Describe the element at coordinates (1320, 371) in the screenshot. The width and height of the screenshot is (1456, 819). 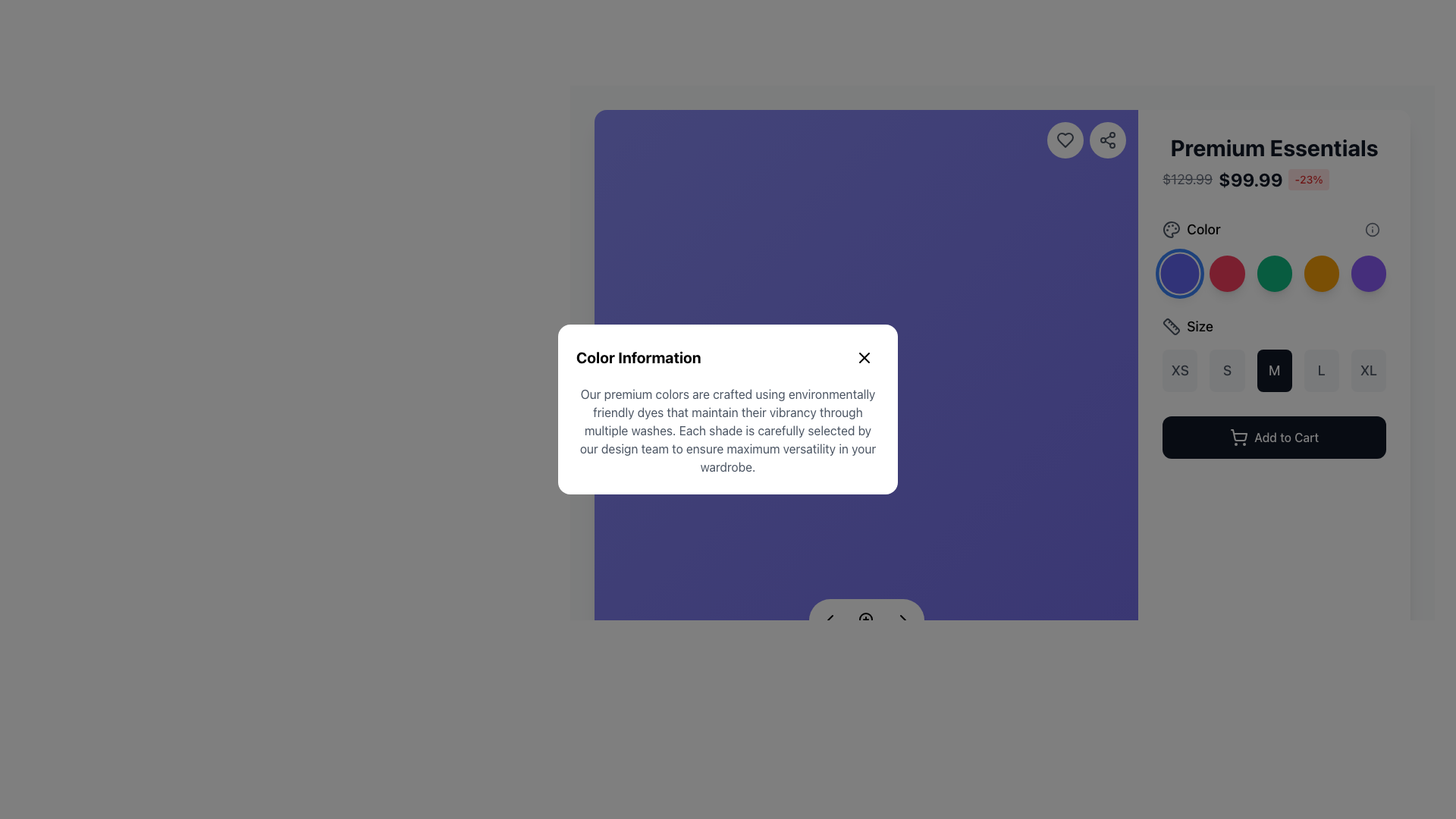
I see `the button displaying 'L' in bold font, located between the 'M' and 'XL' buttons in the size selection area` at that location.